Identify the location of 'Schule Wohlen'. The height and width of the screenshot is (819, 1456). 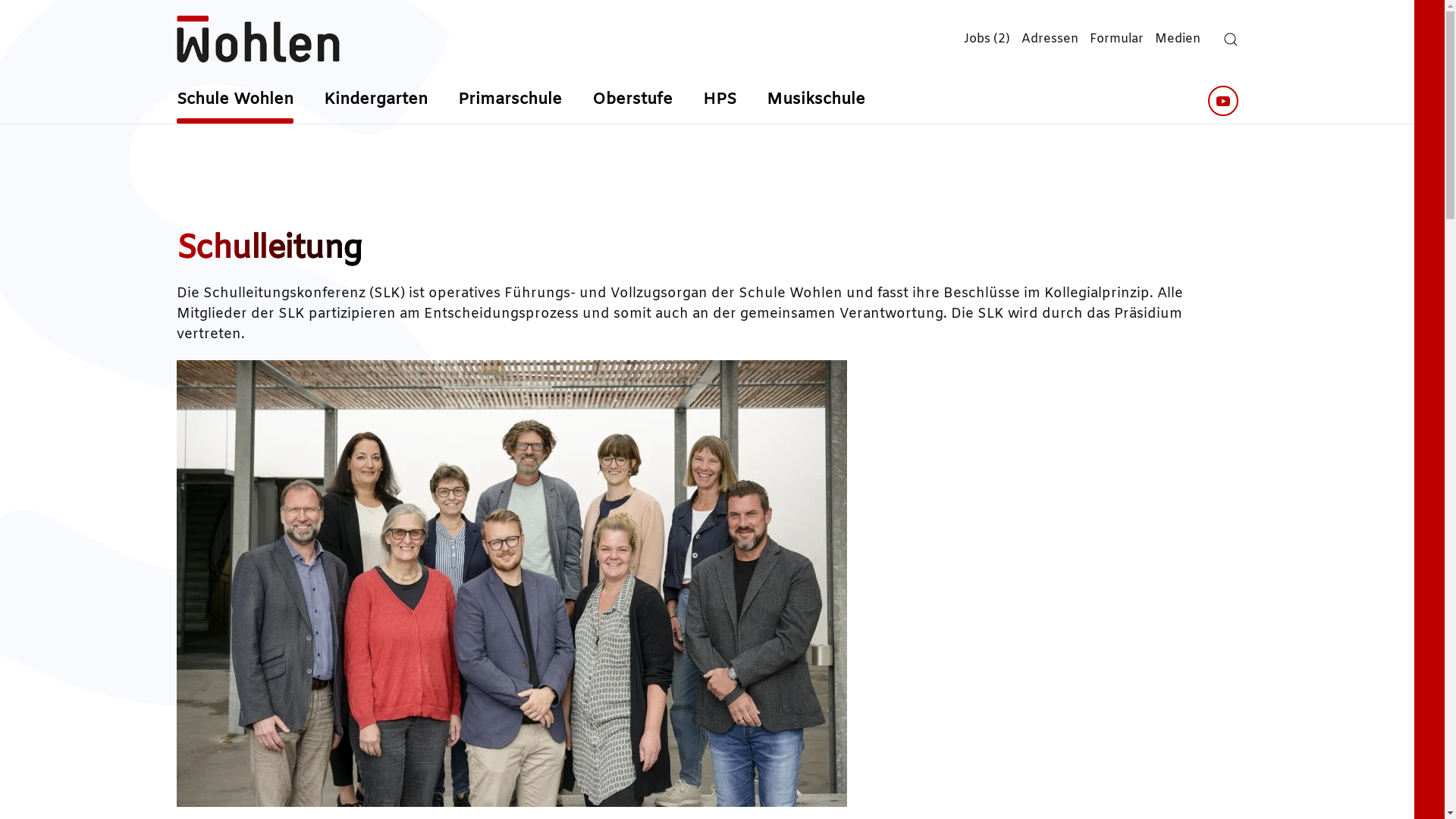
(233, 100).